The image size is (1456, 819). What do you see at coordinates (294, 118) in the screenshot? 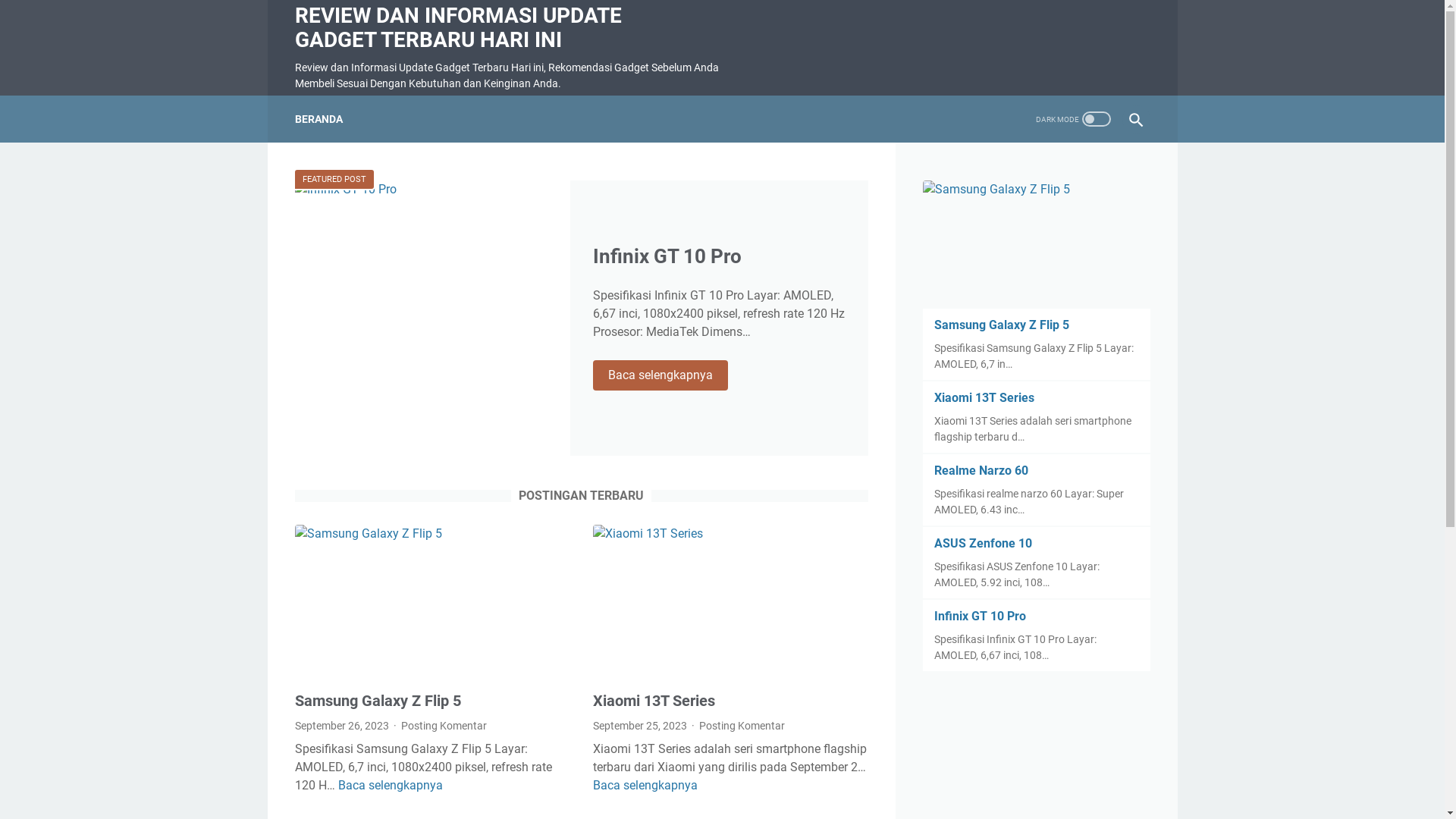
I see `'BERANDA'` at bounding box center [294, 118].